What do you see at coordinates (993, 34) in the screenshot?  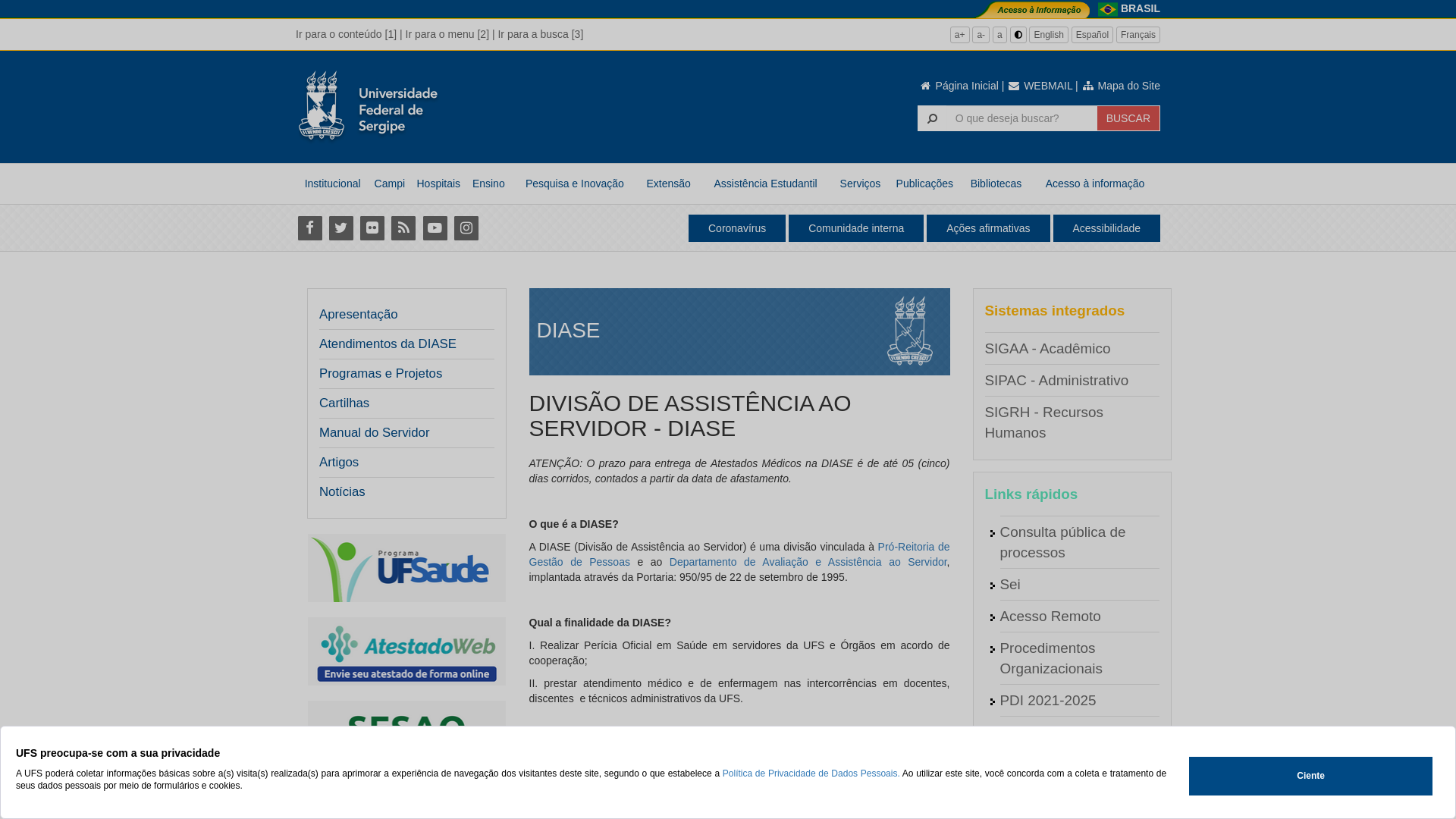 I see `'a'` at bounding box center [993, 34].